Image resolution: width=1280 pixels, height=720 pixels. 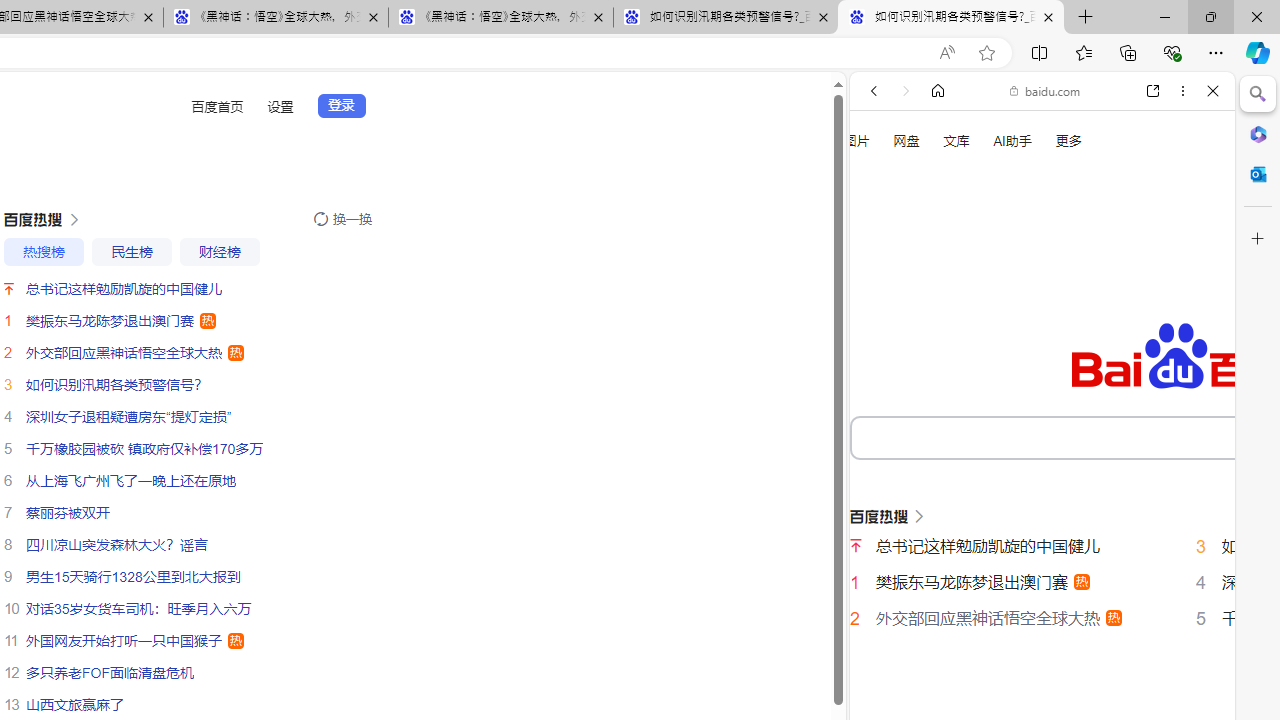 What do you see at coordinates (1041, 627) in the screenshot?
I see `'English (Uk)'` at bounding box center [1041, 627].